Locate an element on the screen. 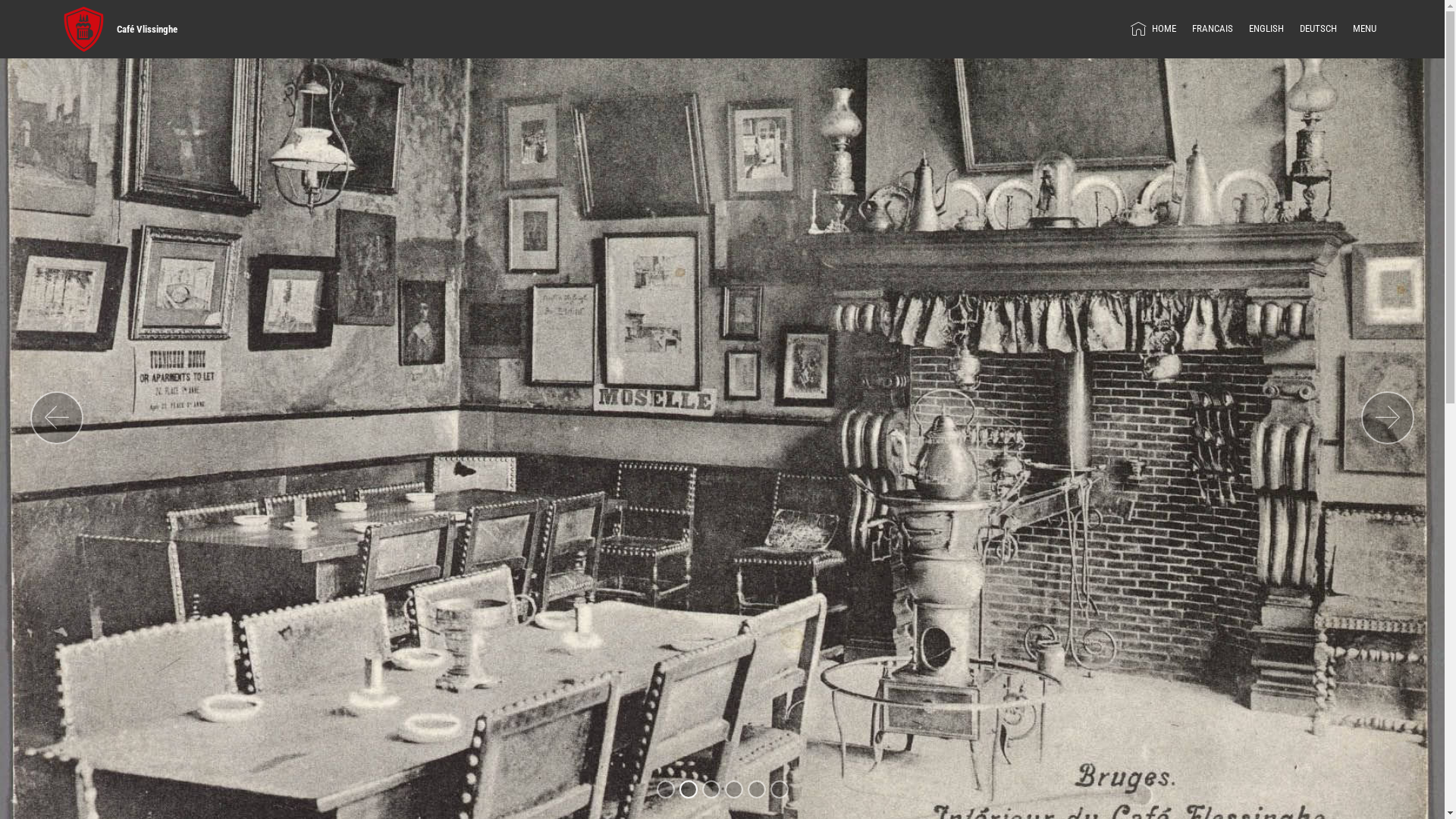 The height and width of the screenshot is (819, 1456). 'Previous' is located at coordinates (57, 418).